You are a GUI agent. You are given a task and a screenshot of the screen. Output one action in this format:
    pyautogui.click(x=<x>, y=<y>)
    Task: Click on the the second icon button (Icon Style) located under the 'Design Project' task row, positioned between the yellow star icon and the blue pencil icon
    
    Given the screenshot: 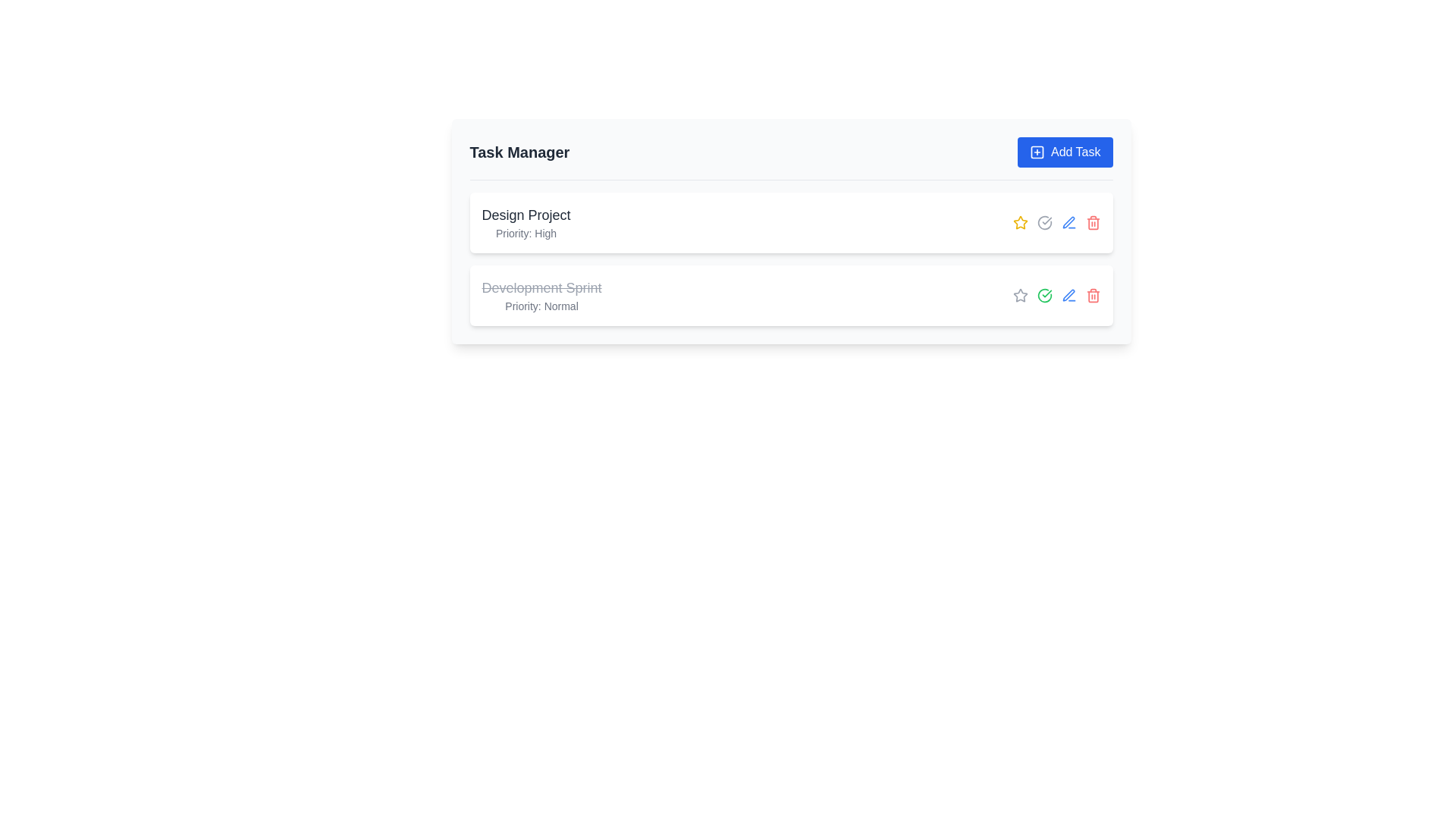 What is the action you would take?
    pyautogui.click(x=1043, y=222)
    